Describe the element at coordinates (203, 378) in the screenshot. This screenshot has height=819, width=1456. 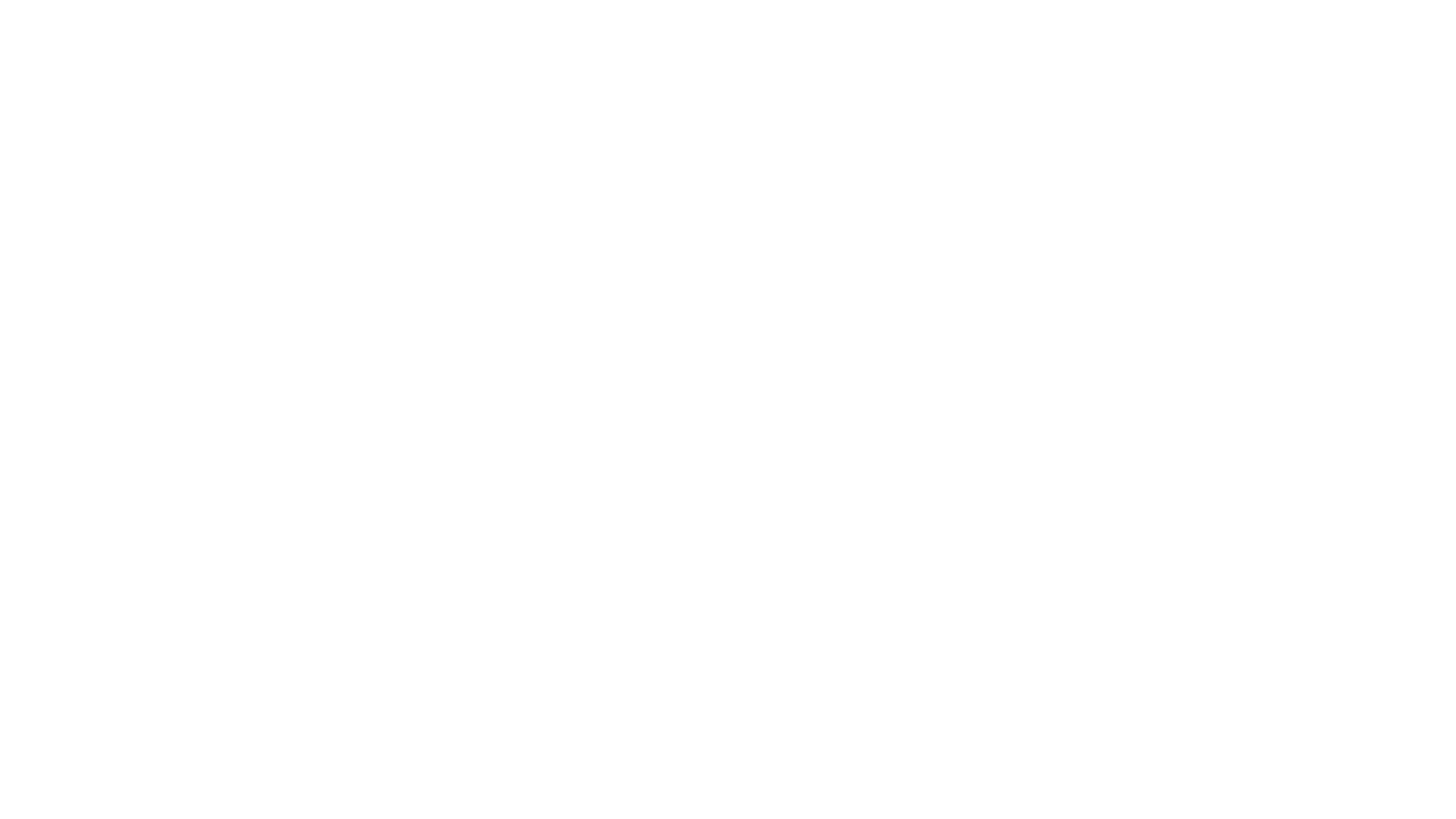
I see `Play Episode 4: Grant Howitt by No One Wants to Hear Your RPG Stories` at that location.